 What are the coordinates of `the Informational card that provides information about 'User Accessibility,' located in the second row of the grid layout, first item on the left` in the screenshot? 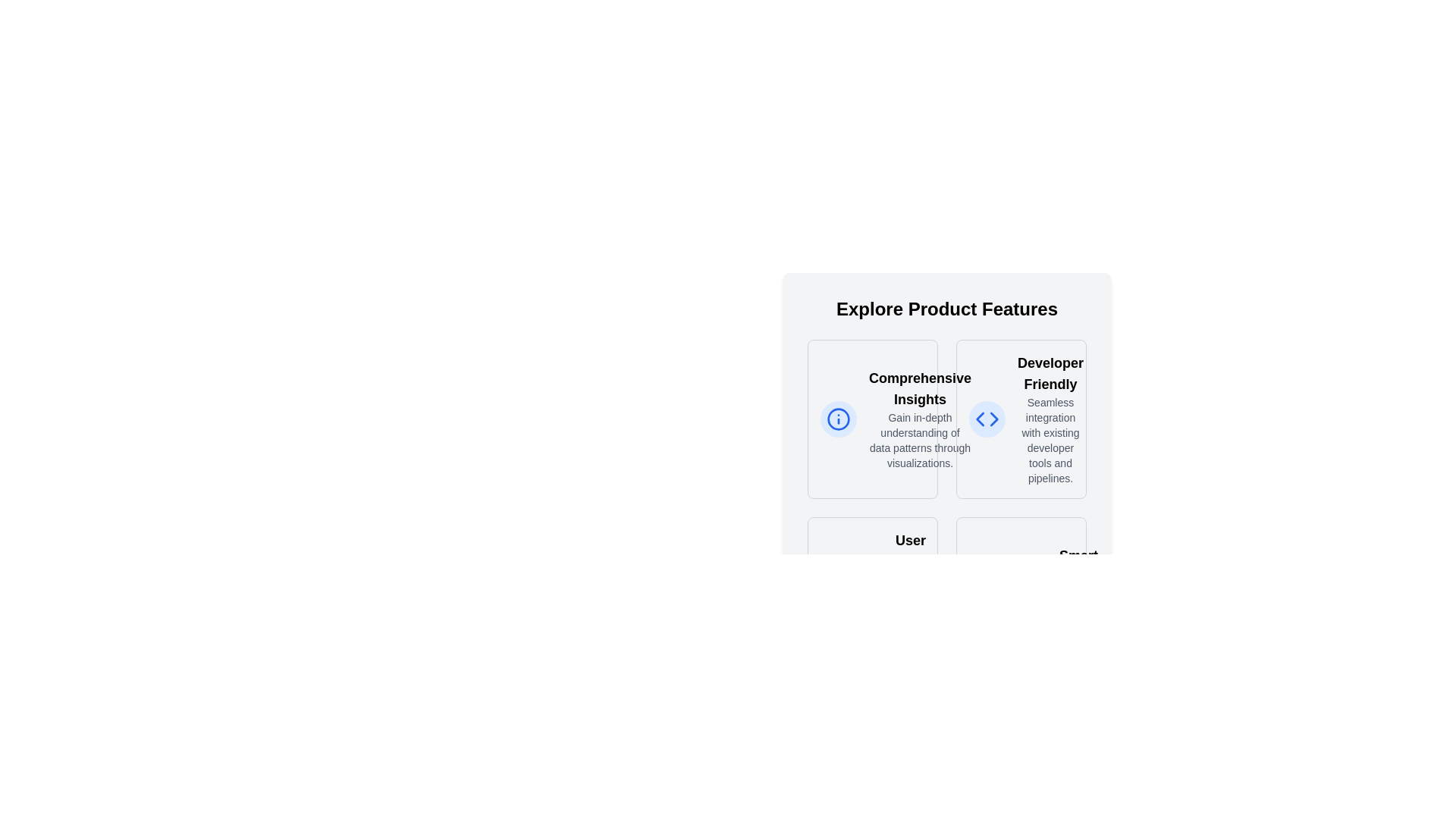 It's located at (873, 581).